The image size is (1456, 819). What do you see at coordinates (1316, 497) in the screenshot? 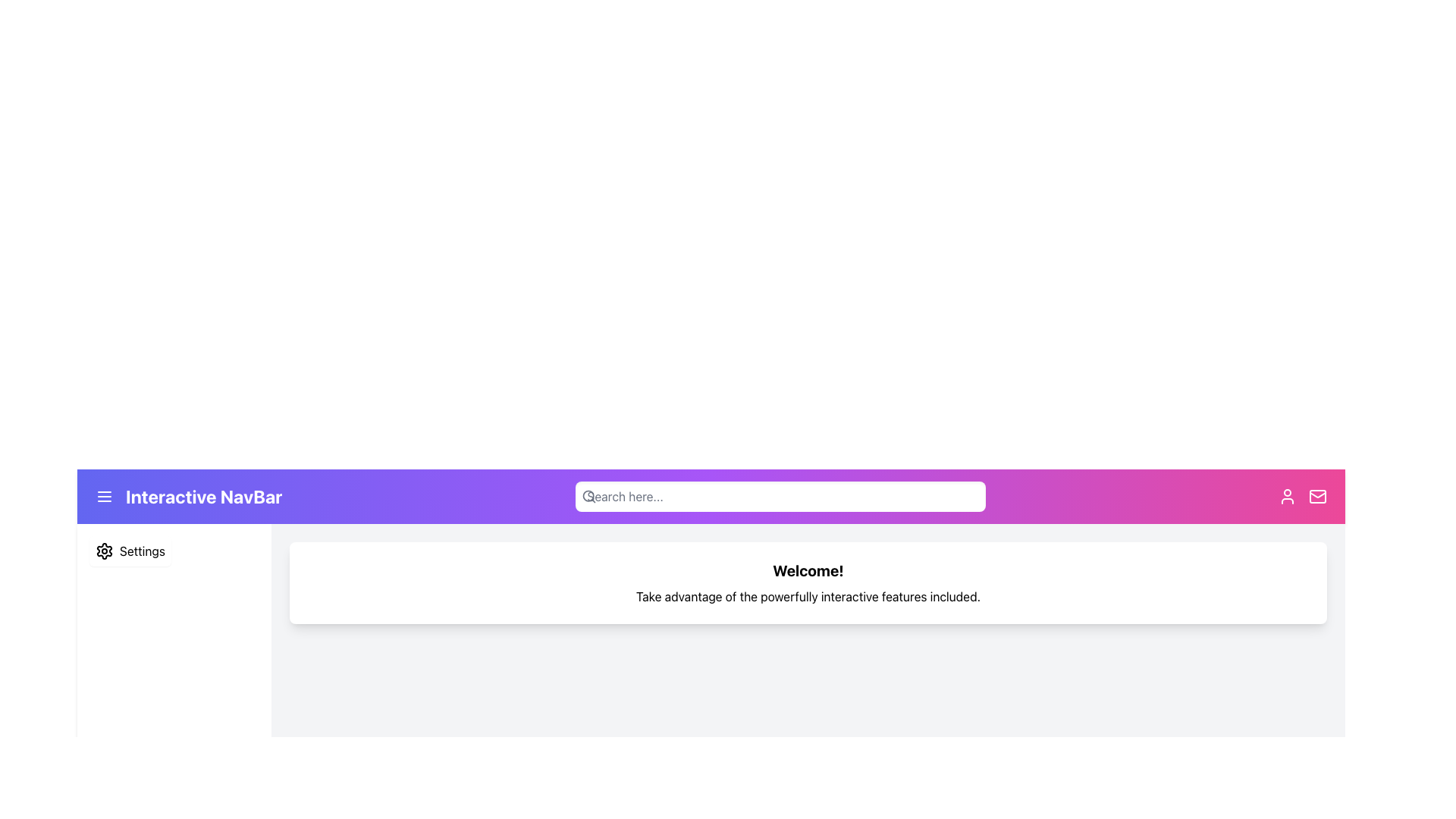
I see `the mail icon, which is styled as a rectangular envelope with a white outline on a pink background gradient` at bounding box center [1316, 497].